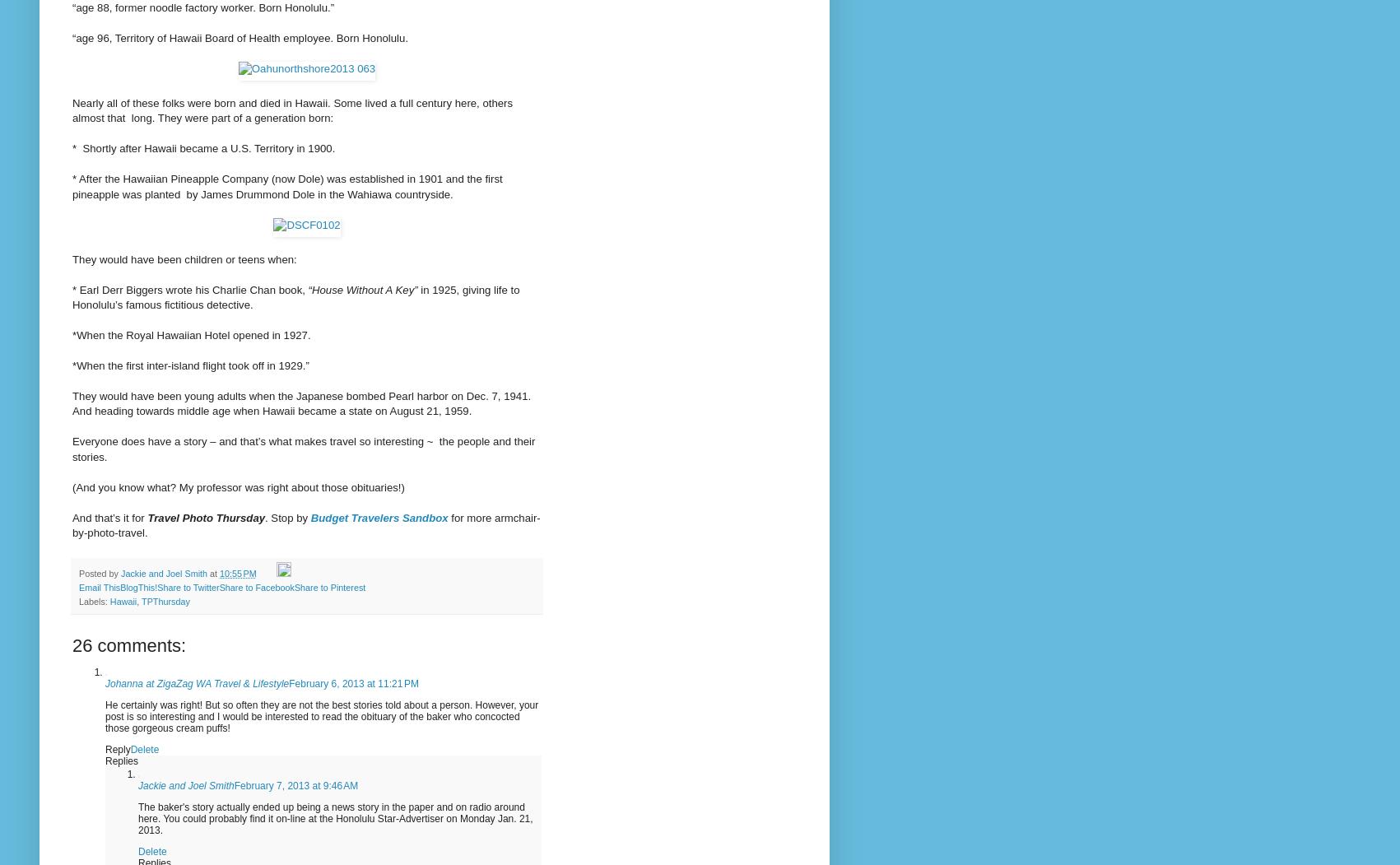  Describe the element at coordinates (202, 7) in the screenshot. I see `'“age 88, former noodle factory worker. Born Honolulu.”'` at that location.